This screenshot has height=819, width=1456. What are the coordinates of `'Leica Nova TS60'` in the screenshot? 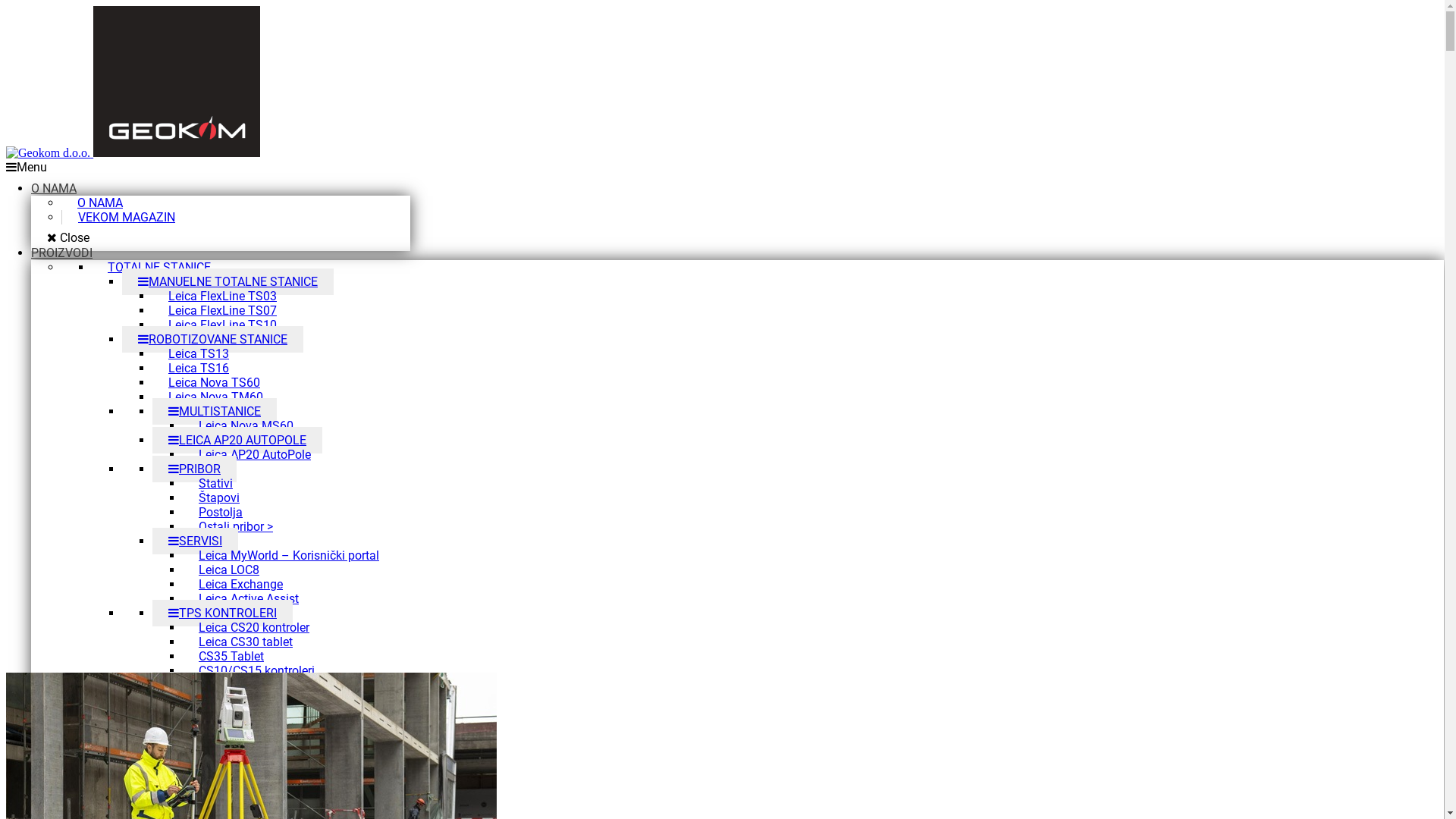 It's located at (213, 381).